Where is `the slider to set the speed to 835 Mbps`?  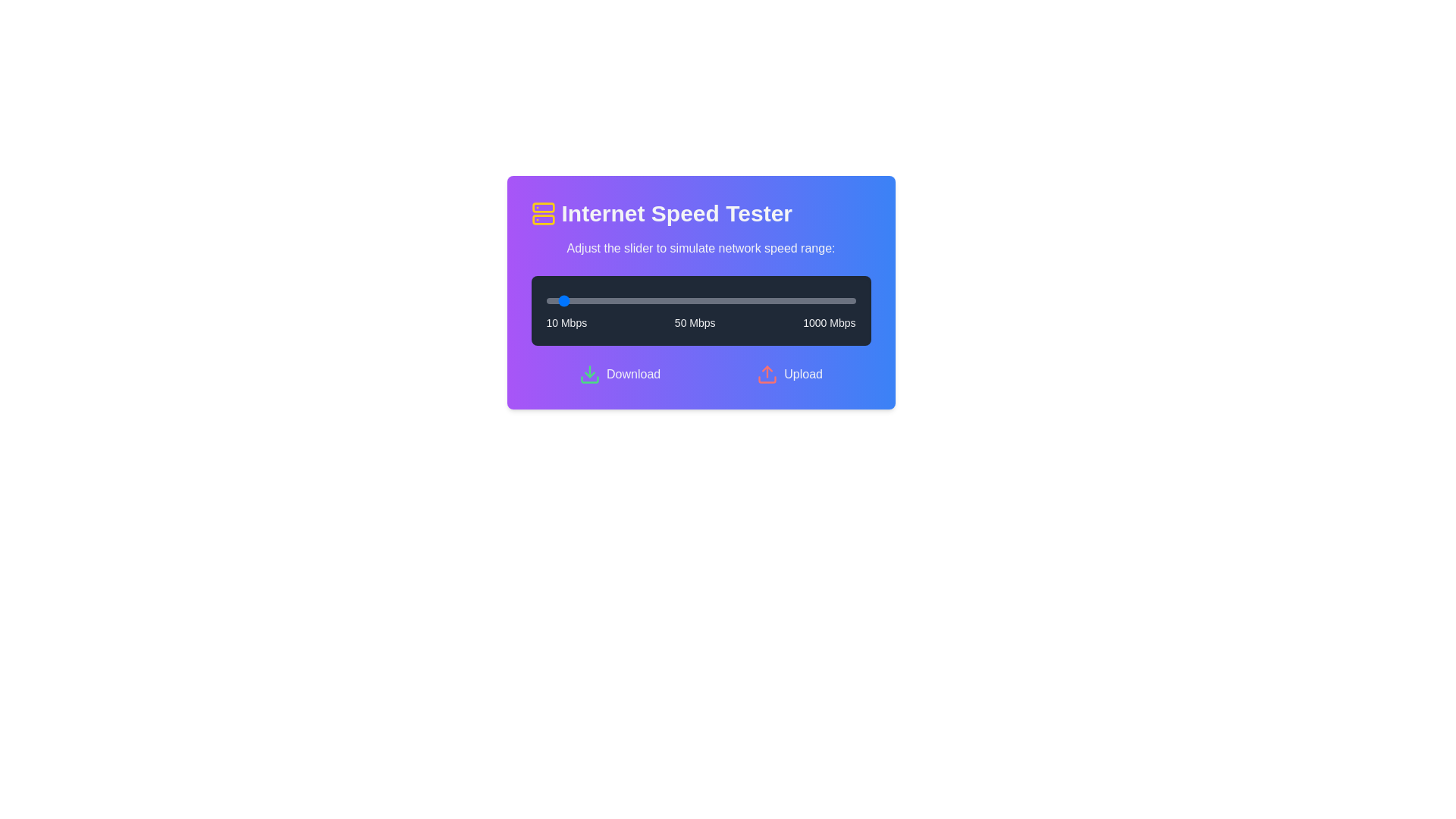
the slider to set the speed to 835 Mbps is located at coordinates (803, 301).